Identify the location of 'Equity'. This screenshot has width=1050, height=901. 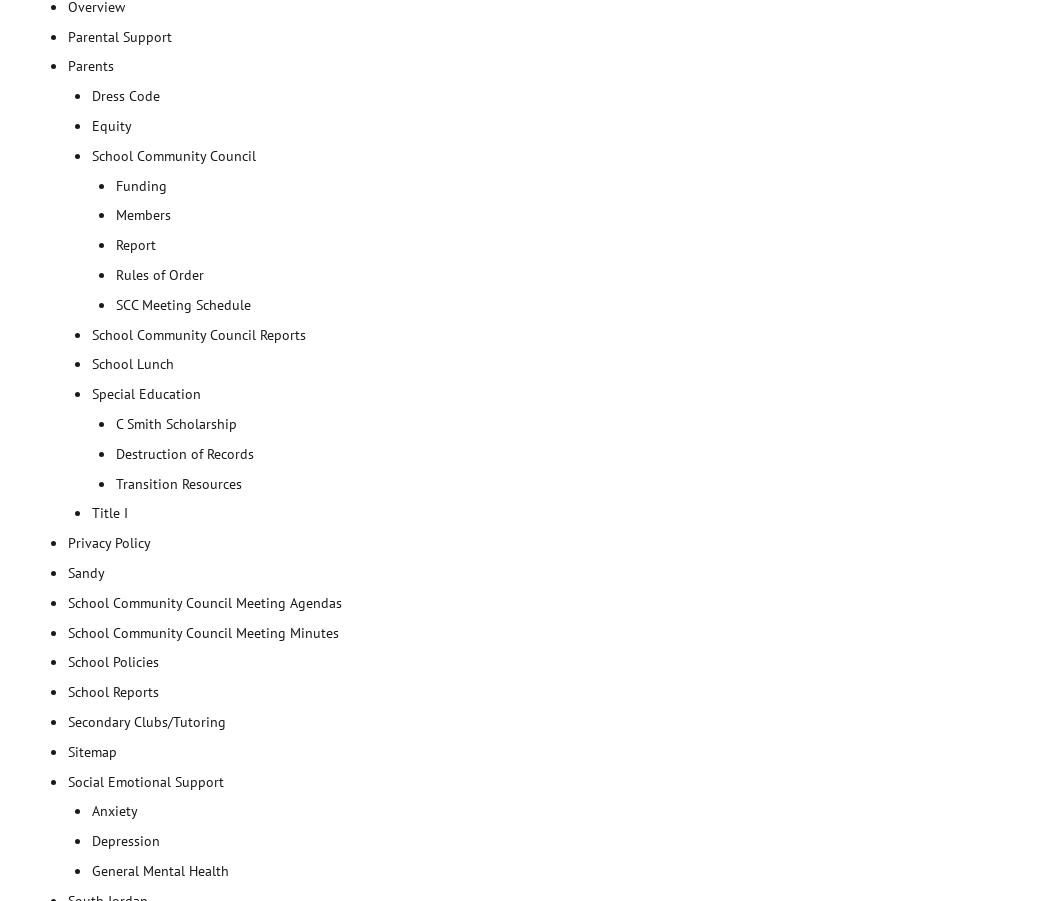
(112, 125).